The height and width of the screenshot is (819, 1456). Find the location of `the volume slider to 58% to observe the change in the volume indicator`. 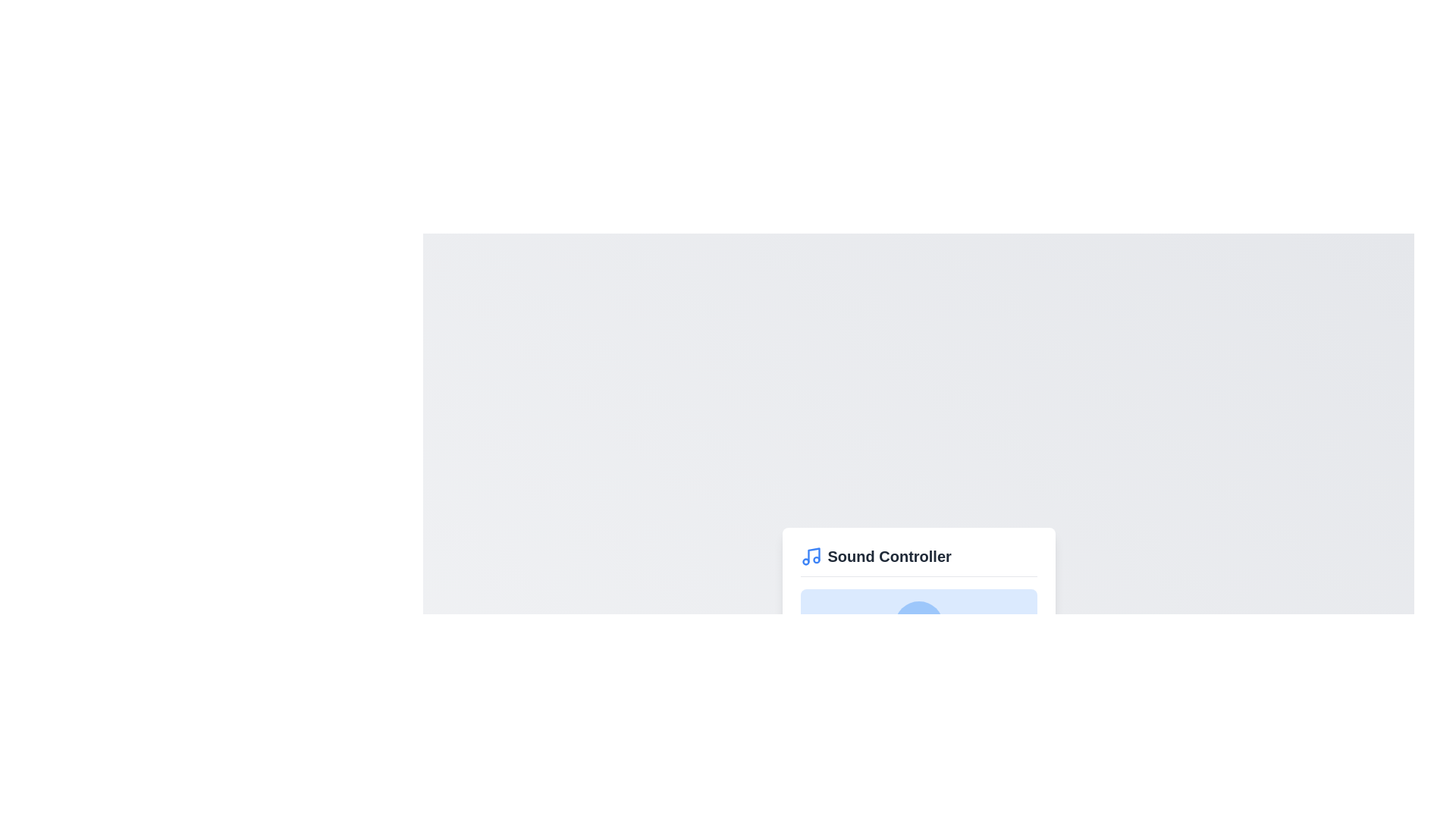

the volume slider to 58% to observe the change in the volume indicator is located at coordinates (937, 679).